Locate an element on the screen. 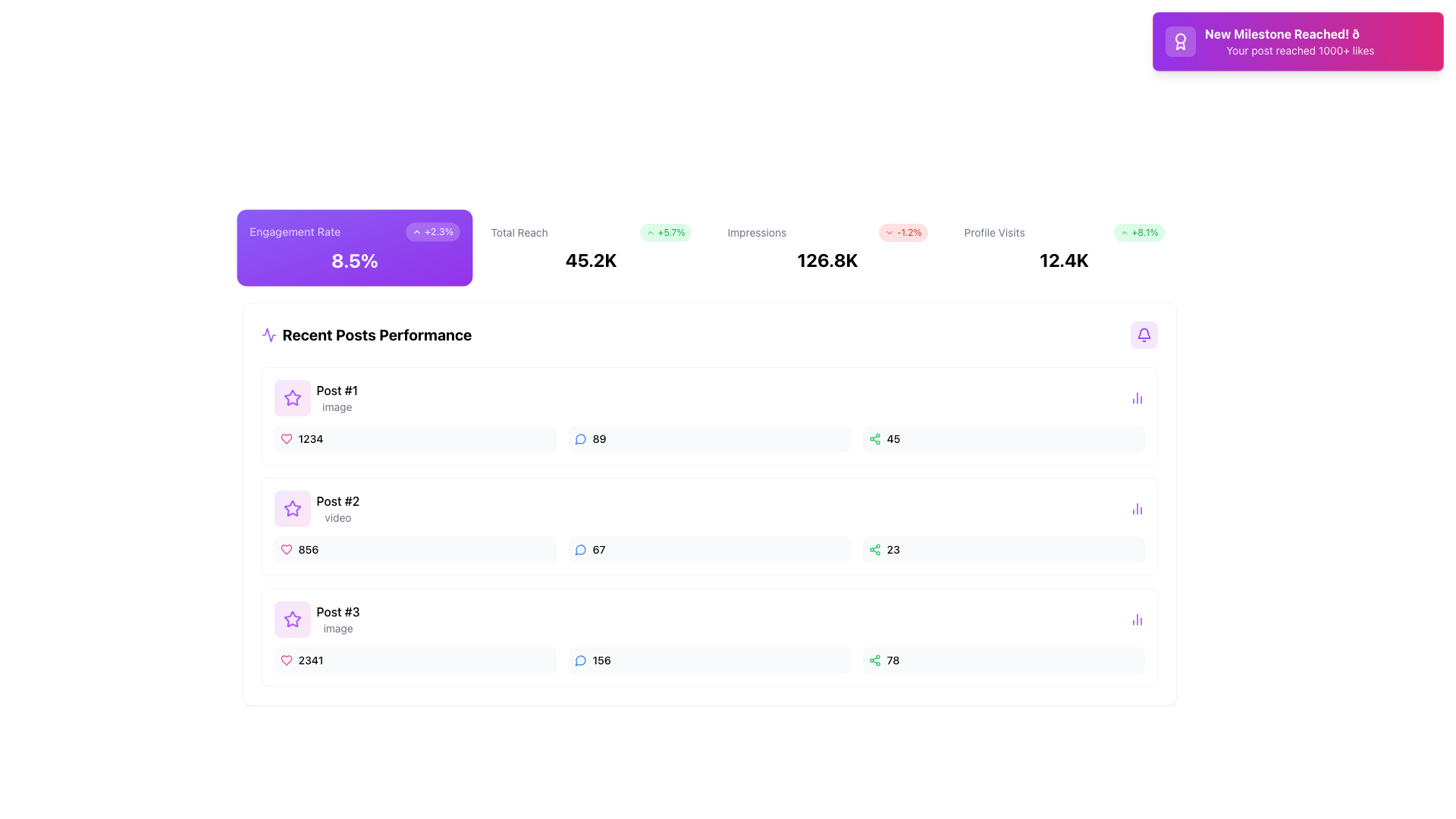 This screenshot has height=819, width=1456. the individual cells of the white grid layout that displays the values '2341', '156', and '78' located in the 'Post #3' item of the 'Recent Posts Performance' section is located at coordinates (708, 660).